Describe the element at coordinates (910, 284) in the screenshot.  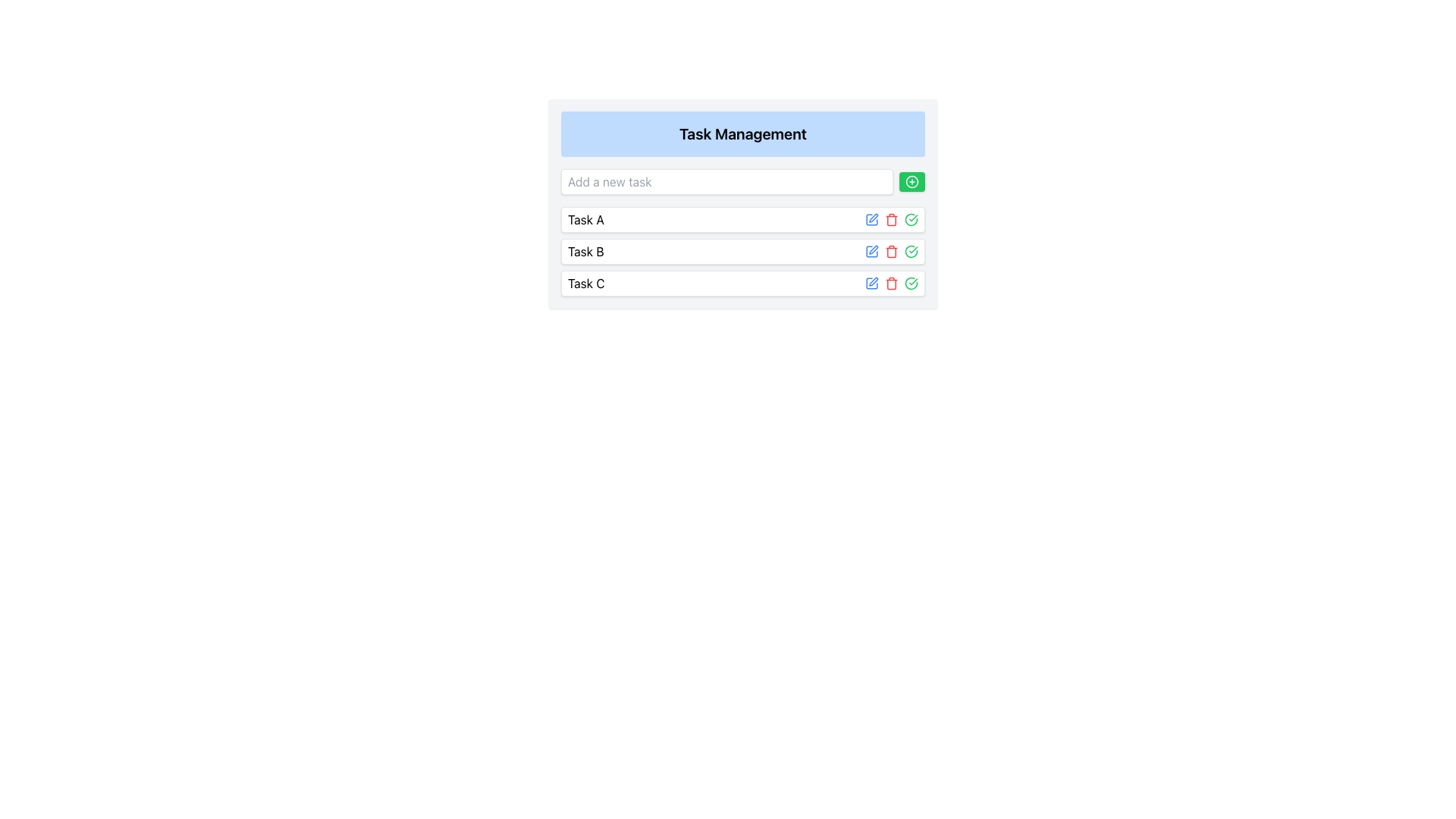
I see `the green circular icon button with a white checkmark located on the right side of the third row in the task management section to confirm Task C` at that location.